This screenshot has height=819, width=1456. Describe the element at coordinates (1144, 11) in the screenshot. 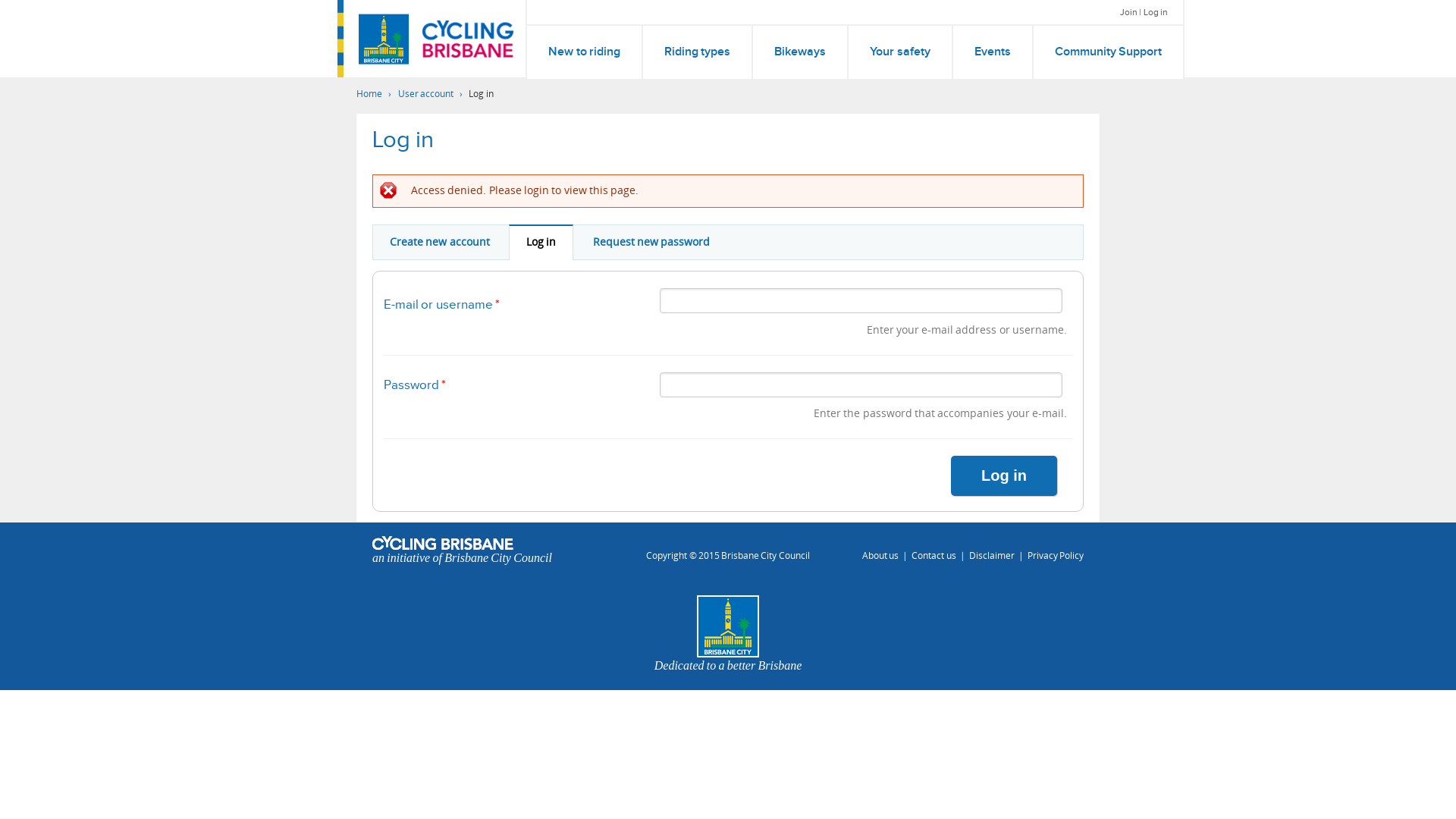

I see `'Join | Log in'` at that location.